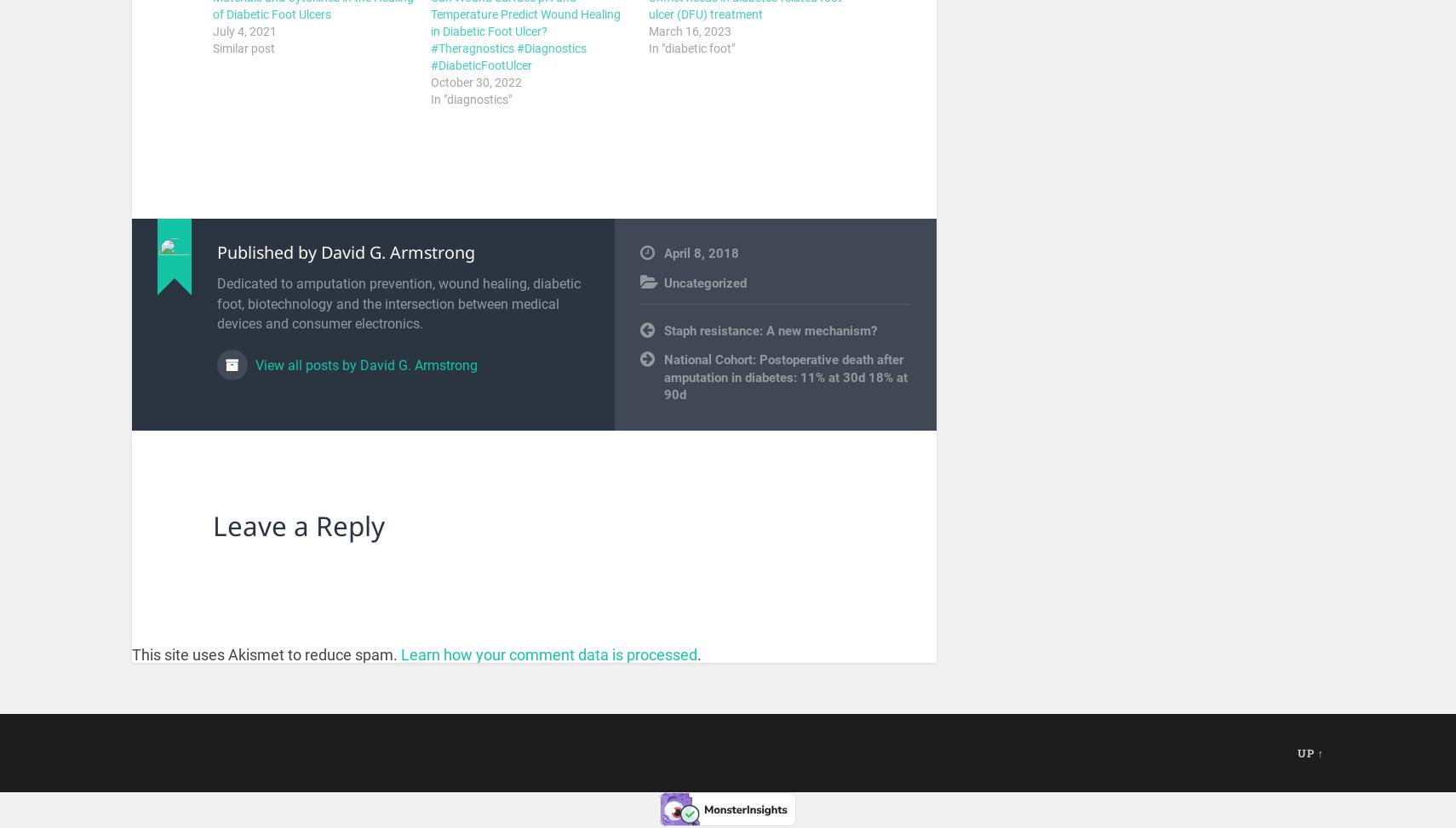 The image size is (1456, 828). Describe the element at coordinates (705, 282) in the screenshot. I see `'Uncategorized'` at that location.